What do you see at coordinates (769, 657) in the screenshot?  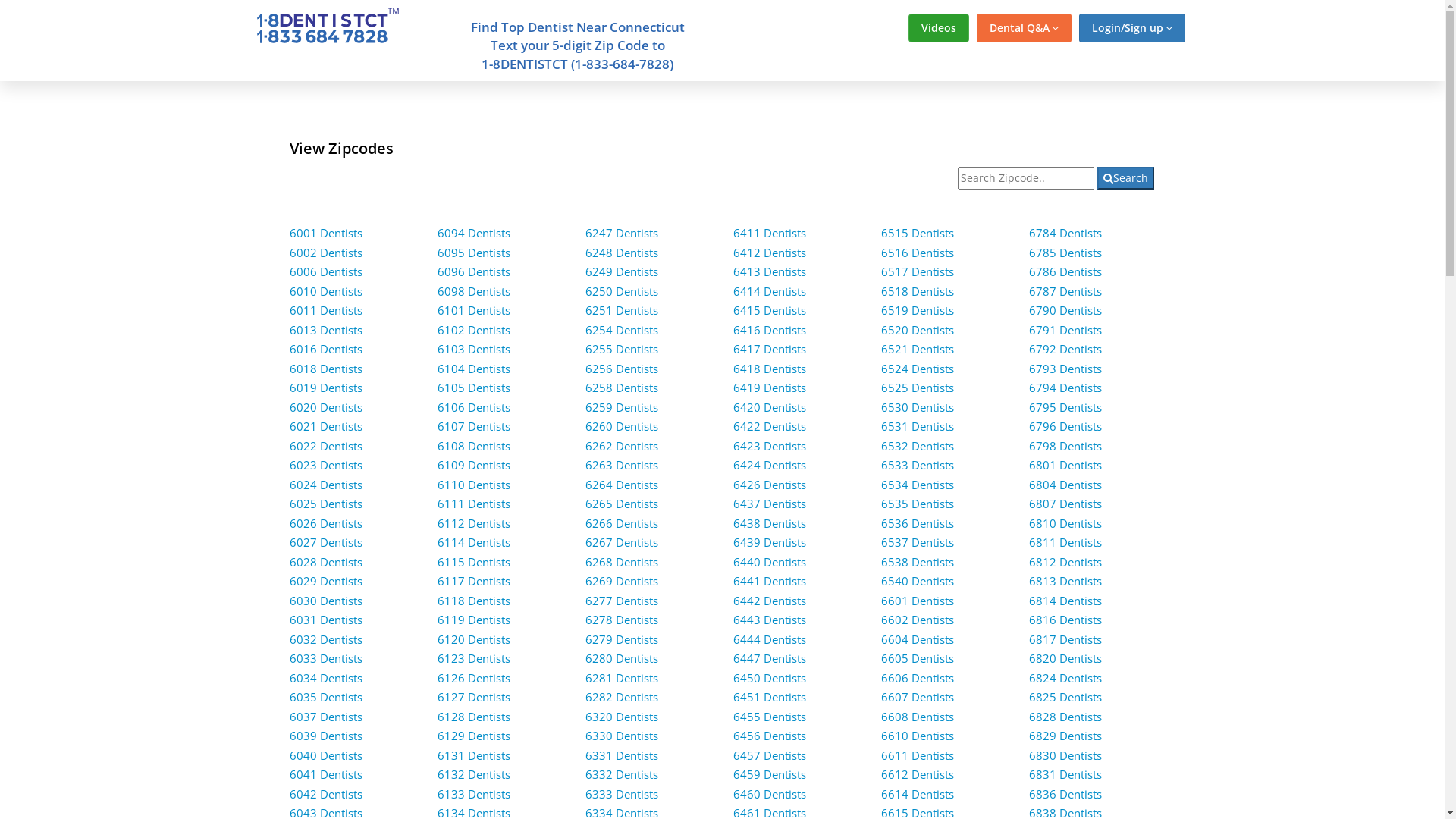 I see `'6447 Dentists'` at bounding box center [769, 657].